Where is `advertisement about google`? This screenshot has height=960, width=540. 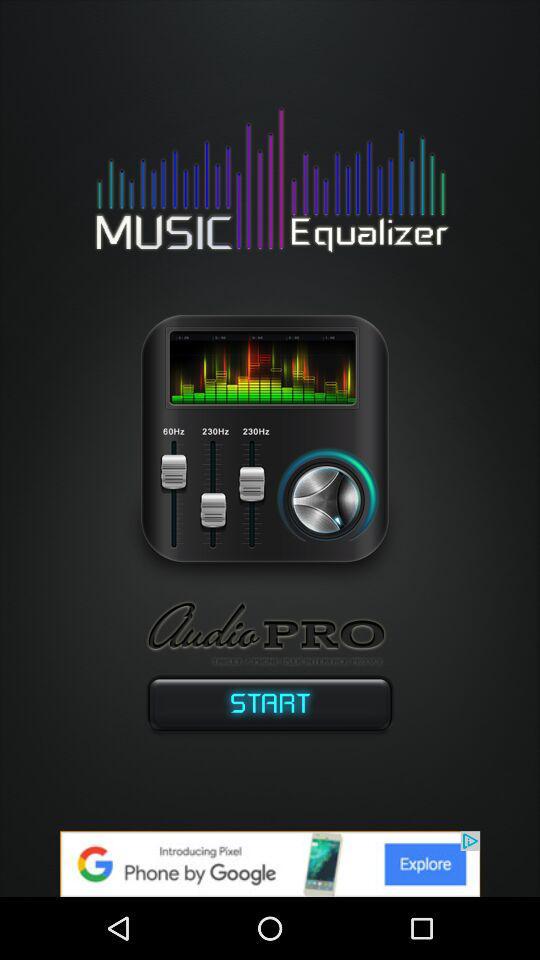 advertisement about google is located at coordinates (270, 863).